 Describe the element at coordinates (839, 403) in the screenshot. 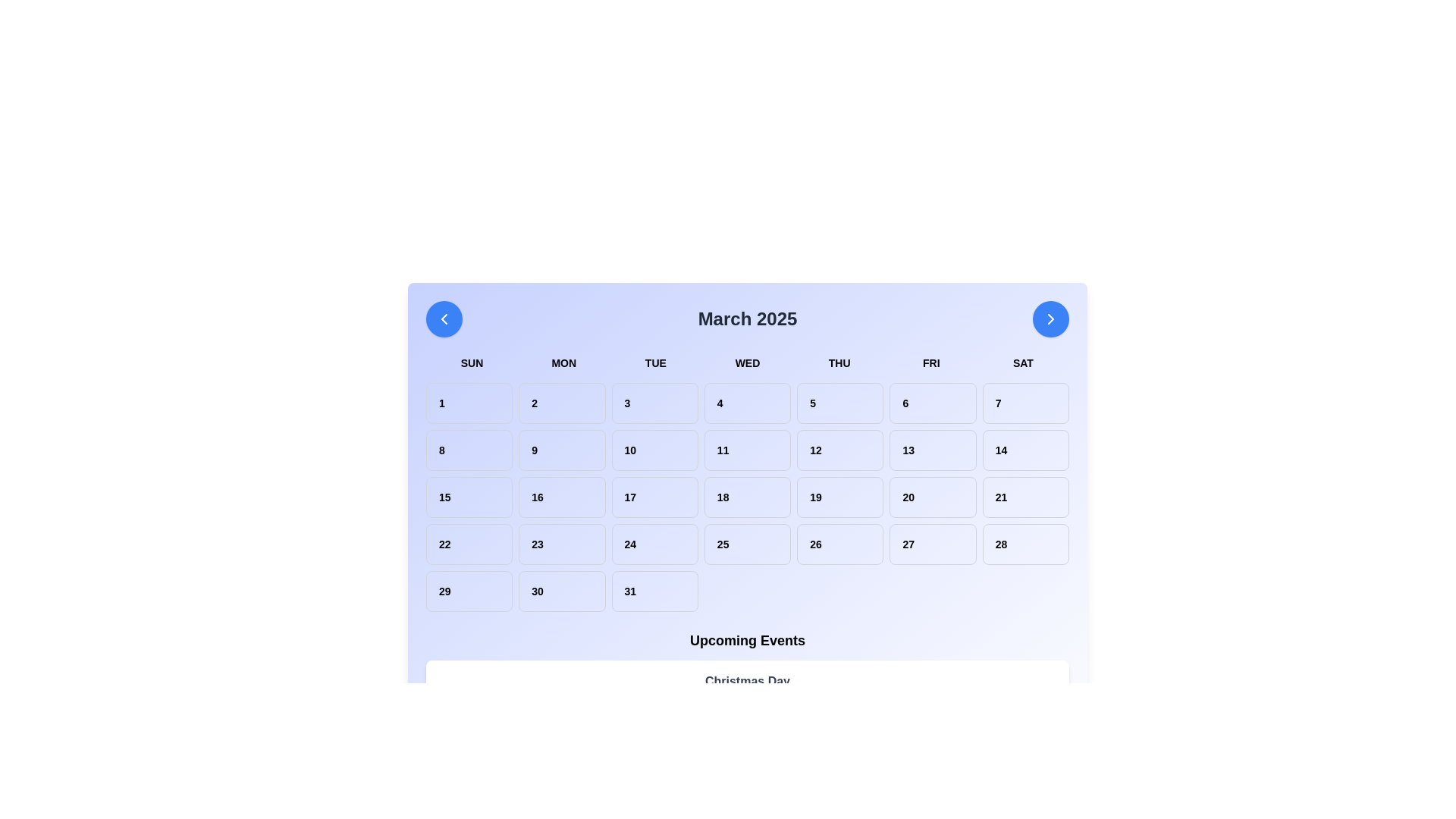

I see `the button representing the 5th day of the month in the calendar interface` at that location.